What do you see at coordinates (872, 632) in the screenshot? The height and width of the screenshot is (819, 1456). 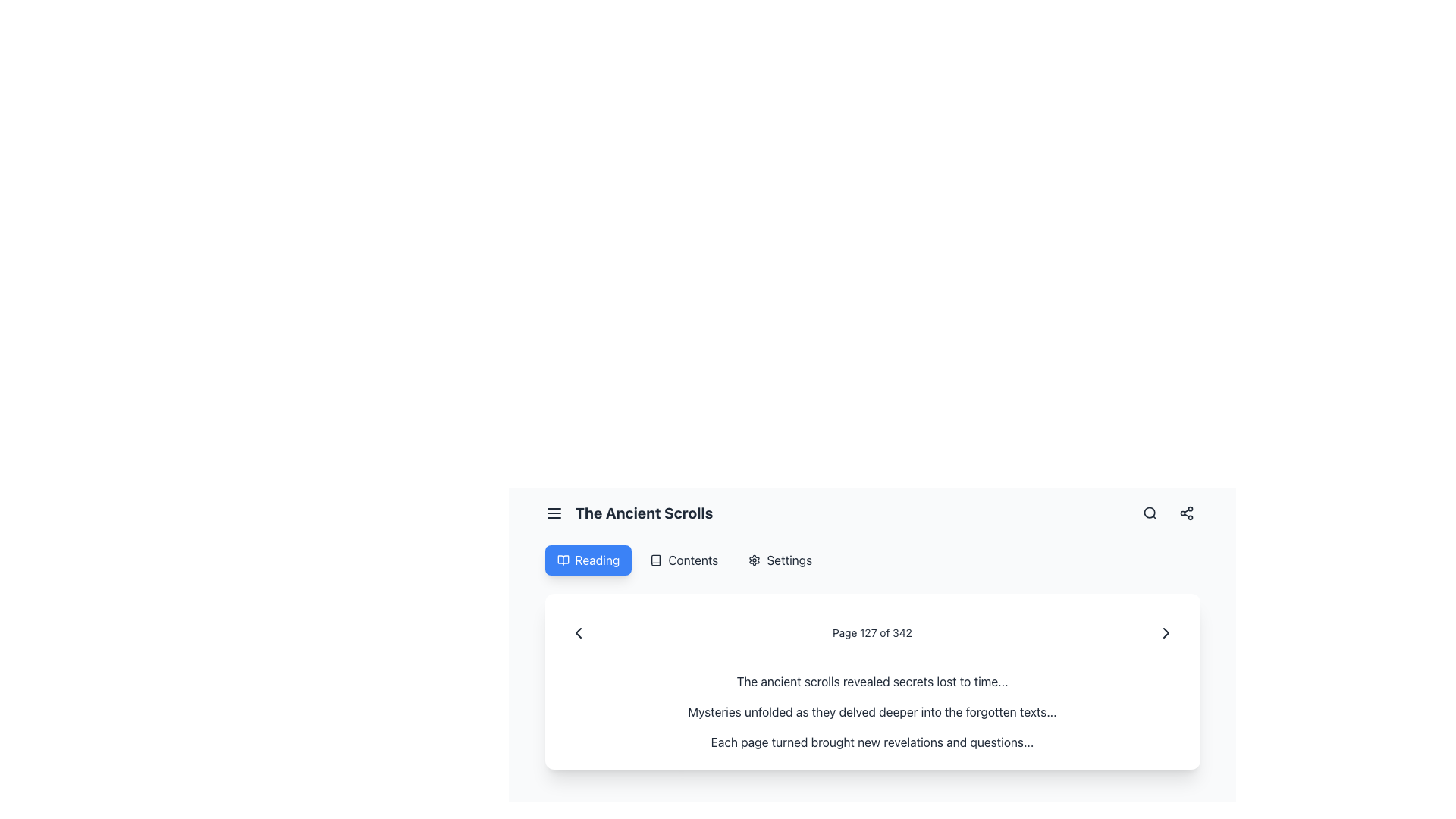 I see `the static text display that indicates the current page number and total number of pages, positioned between the navigation arrows at the upper-middle part of the page` at bounding box center [872, 632].